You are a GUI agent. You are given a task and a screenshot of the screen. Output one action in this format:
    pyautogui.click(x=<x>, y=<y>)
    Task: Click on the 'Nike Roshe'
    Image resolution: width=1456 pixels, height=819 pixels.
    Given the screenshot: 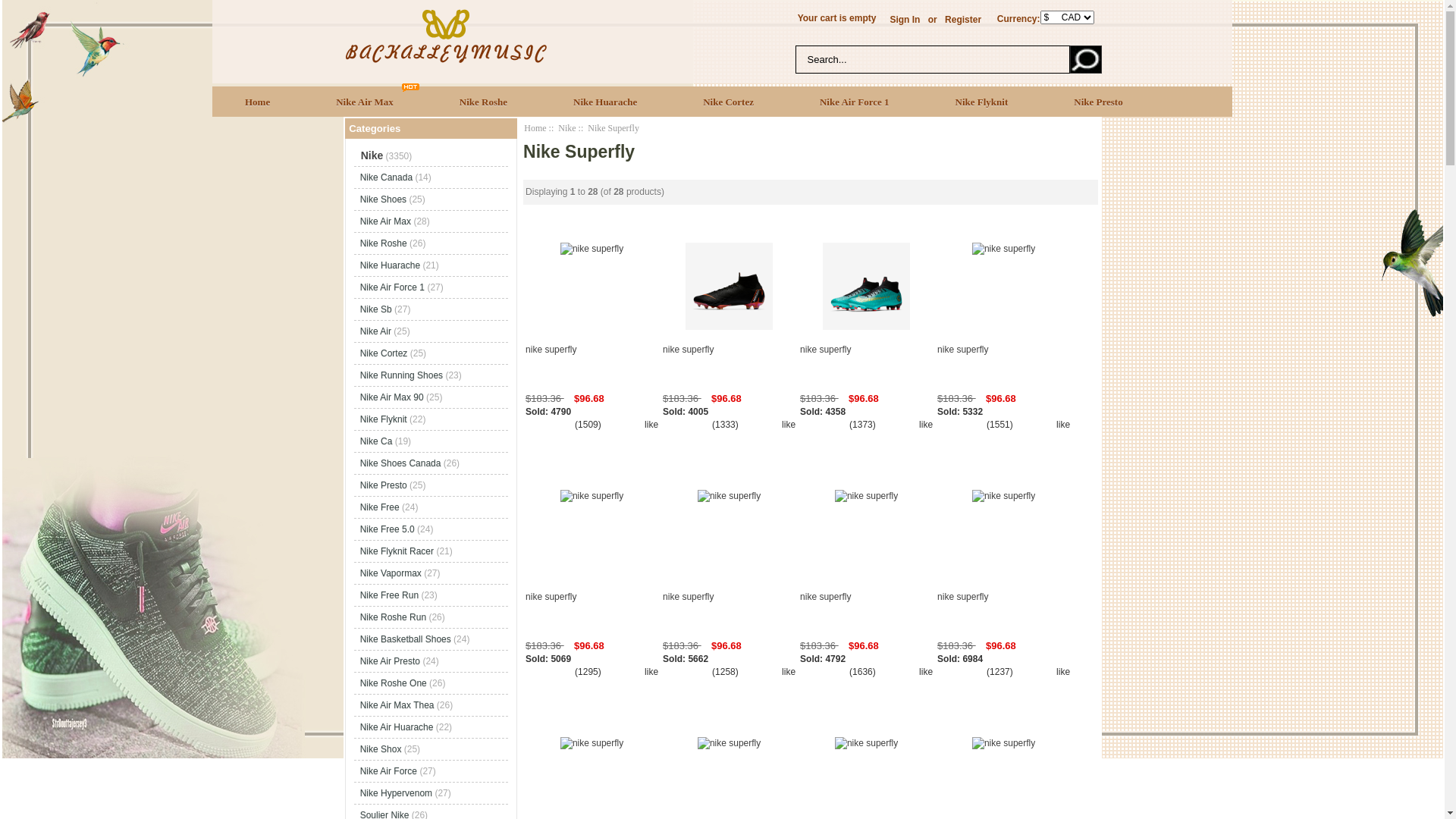 What is the action you would take?
    pyautogui.click(x=483, y=101)
    